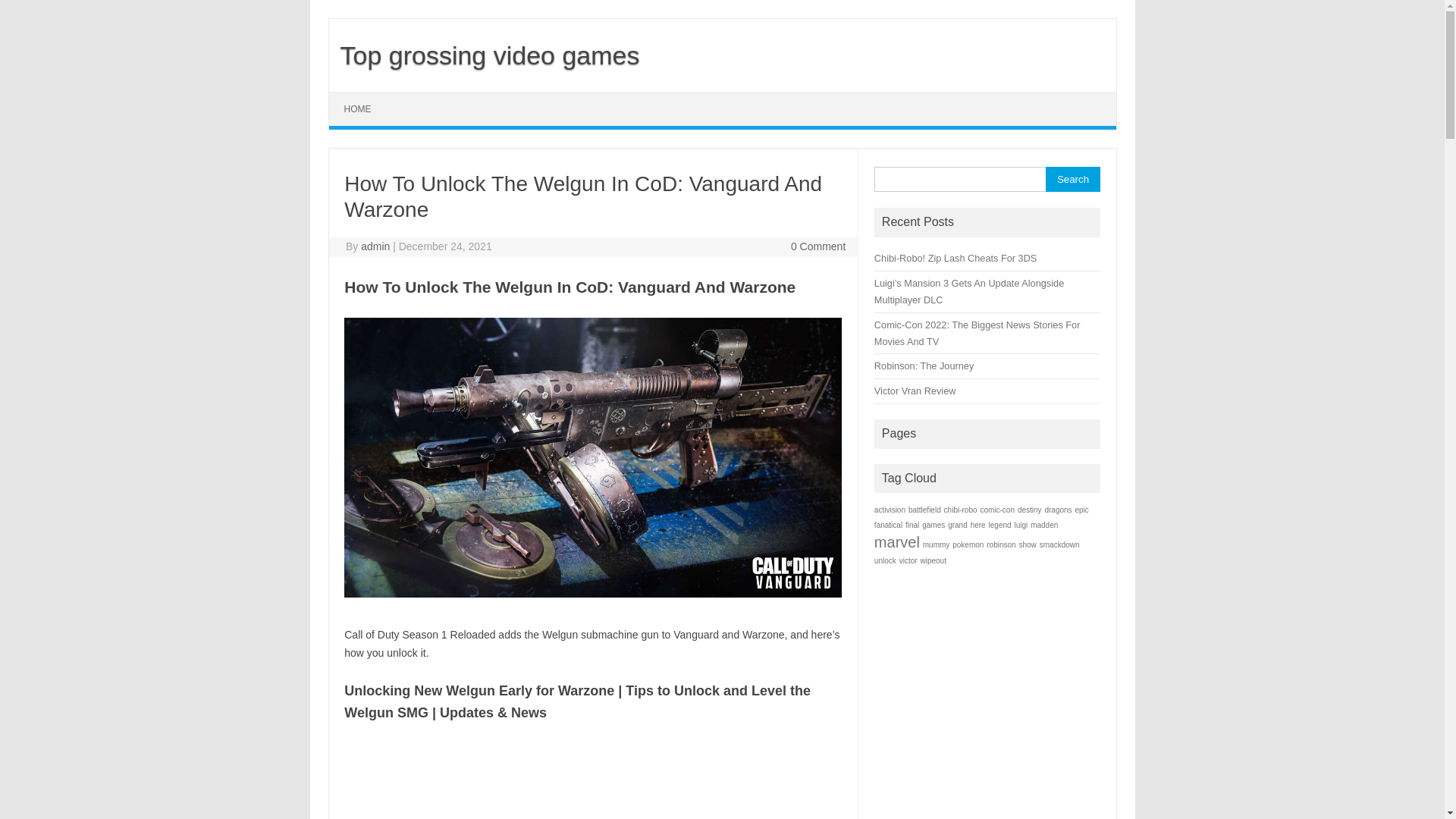 The width and height of the screenshot is (1456, 819). Describe the element at coordinates (874, 366) in the screenshot. I see `'Robinson: The Journey'` at that location.